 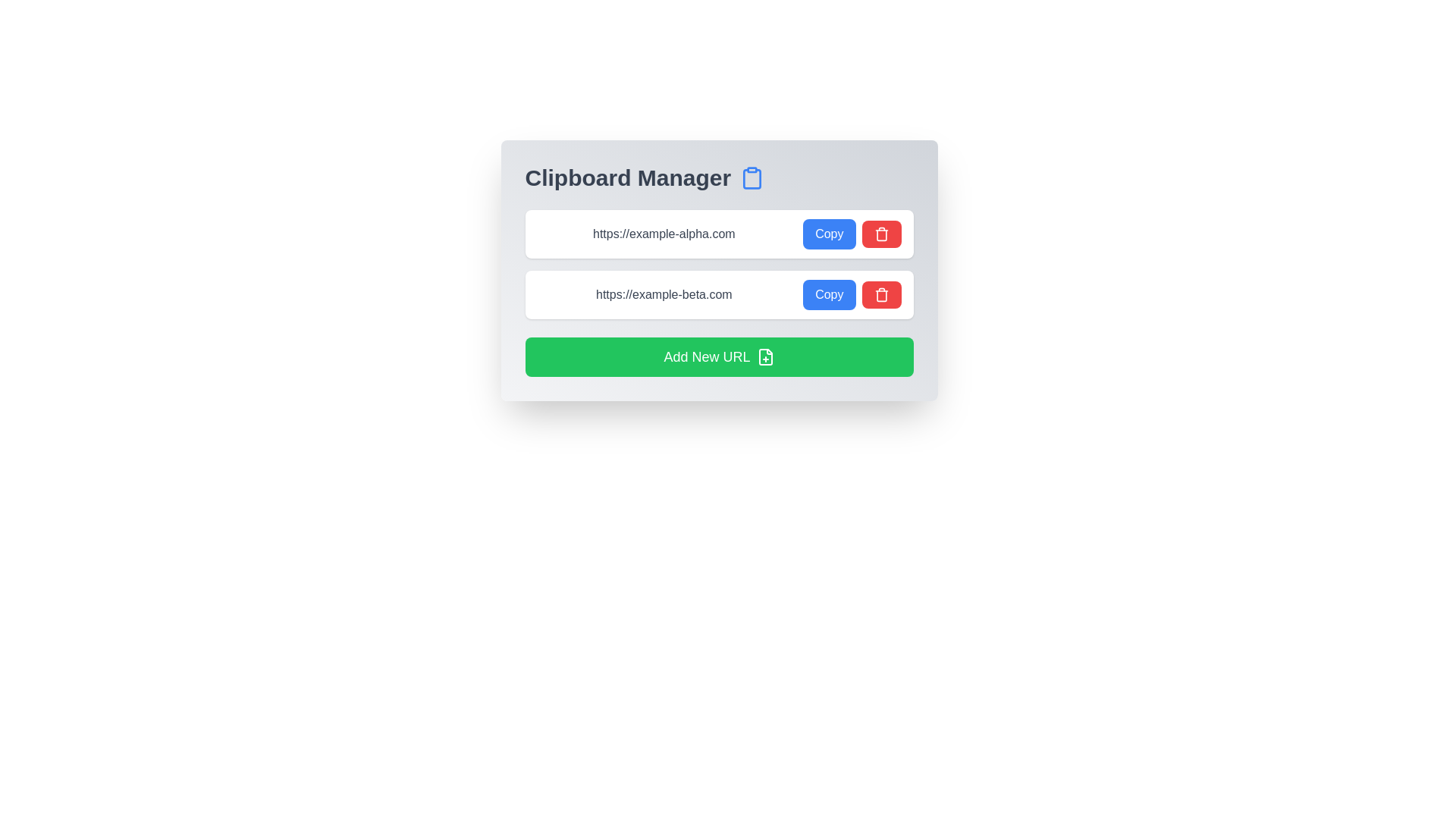 I want to click on the blue clipboard icon located at the end of the 'Clipboard Manager' text in the header of the interface, so click(x=752, y=177).